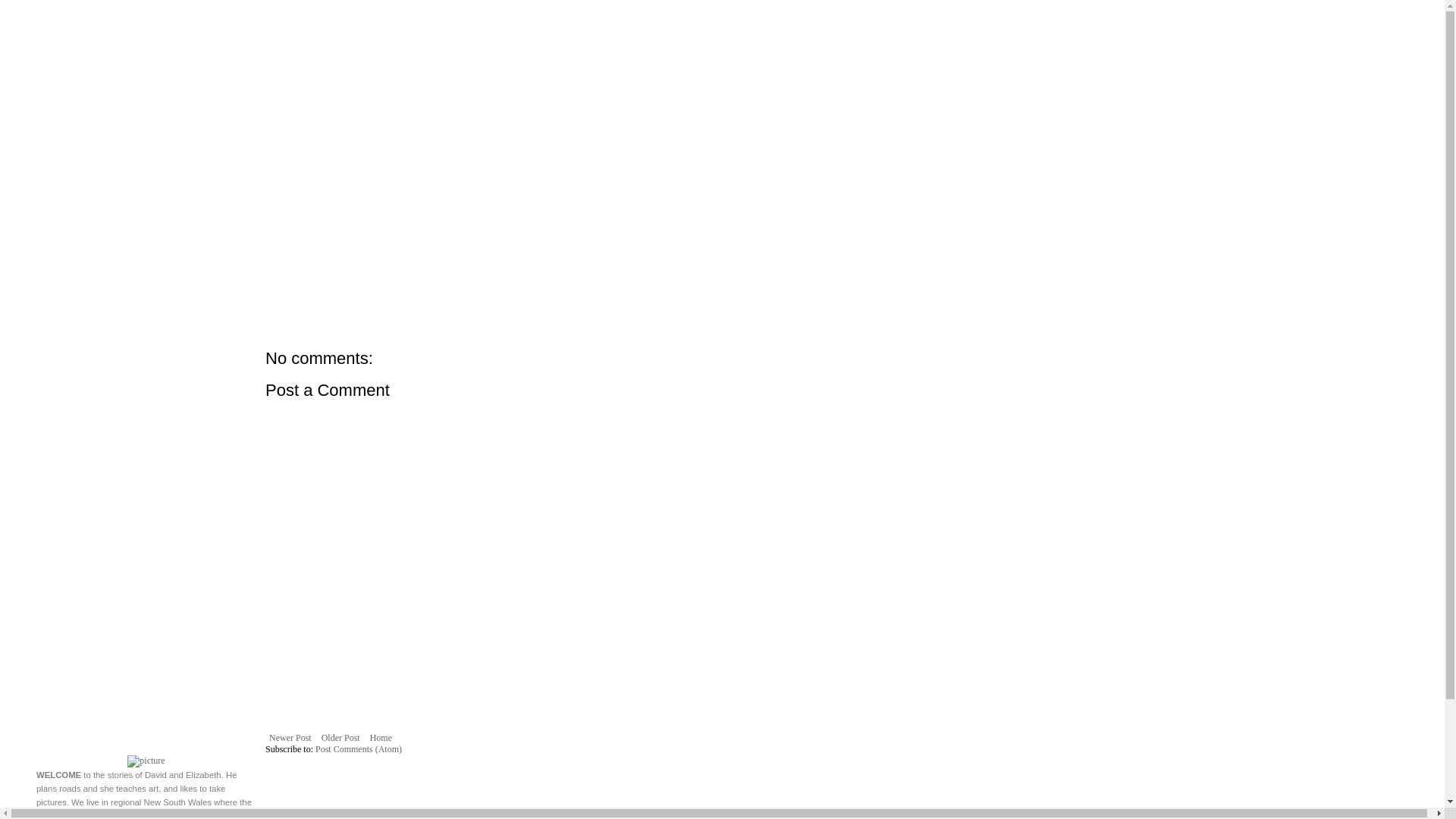 Image resolution: width=1456 pixels, height=819 pixels. Describe the element at coordinates (358, 748) in the screenshot. I see `'Post Comments (Atom)'` at that location.